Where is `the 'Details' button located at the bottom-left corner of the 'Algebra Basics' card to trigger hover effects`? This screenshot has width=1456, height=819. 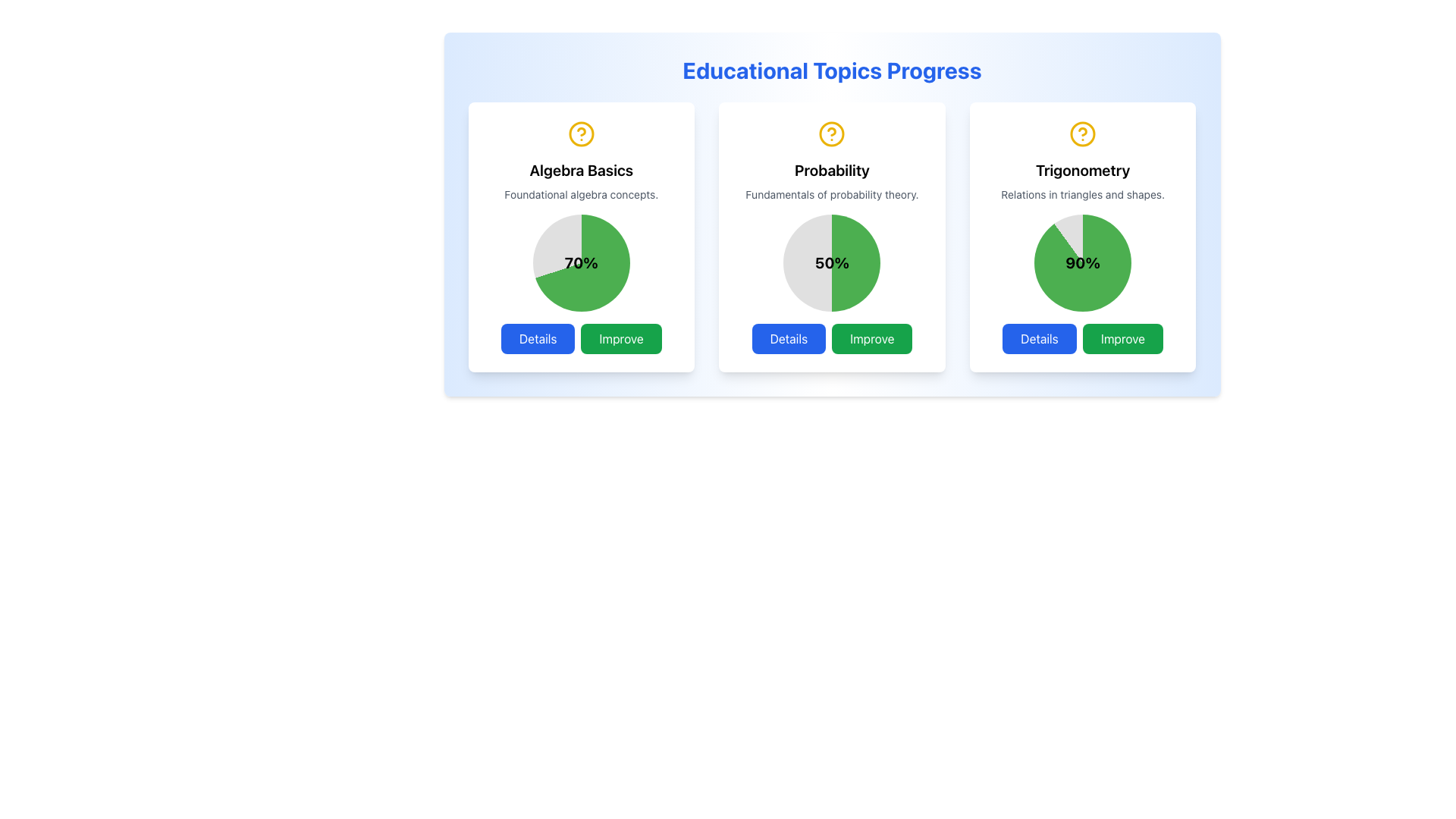 the 'Details' button located at the bottom-left corner of the 'Algebra Basics' card to trigger hover effects is located at coordinates (538, 338).